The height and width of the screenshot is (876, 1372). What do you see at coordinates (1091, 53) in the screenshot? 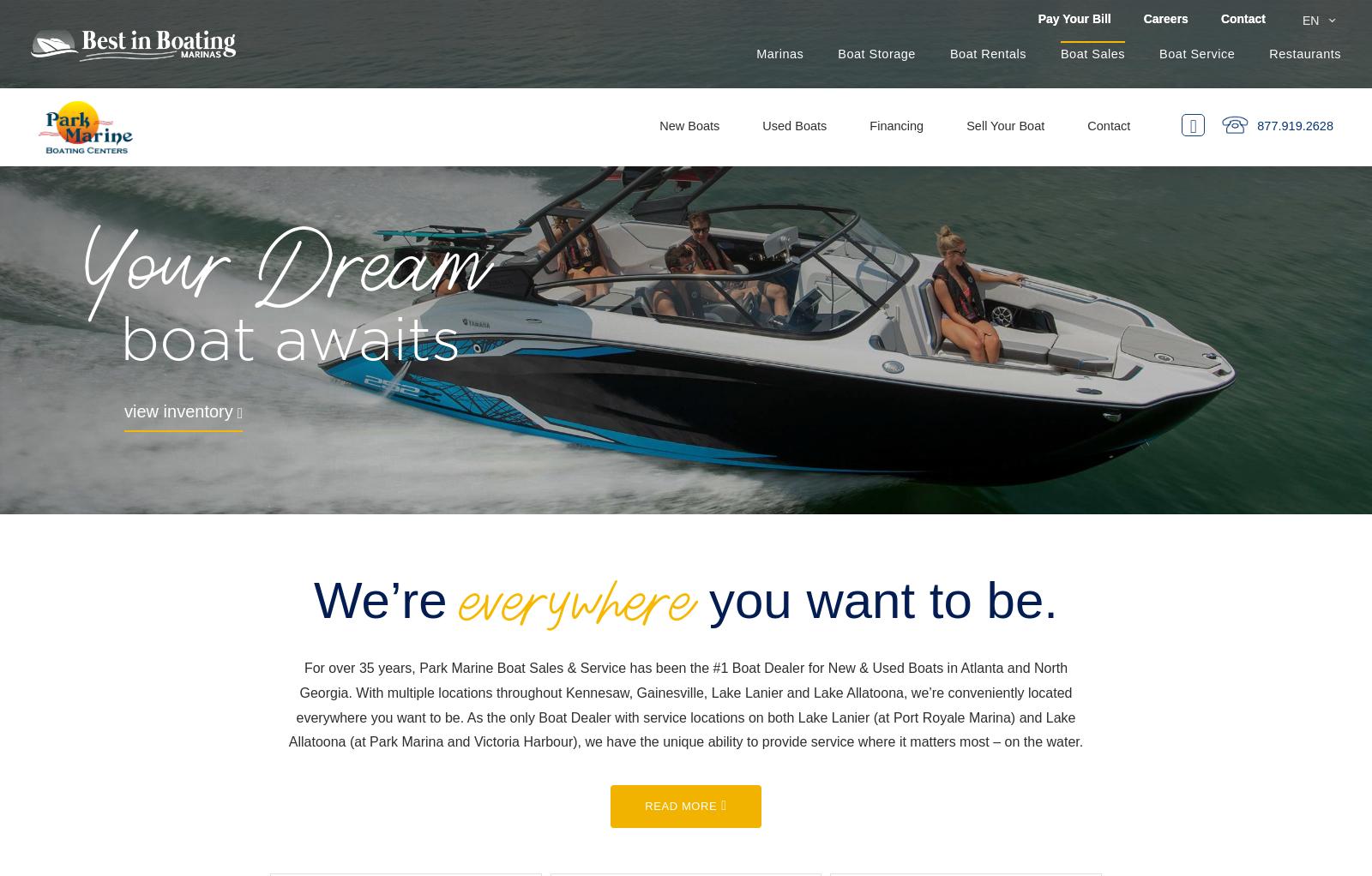
I see `'Boat Sales'` at bounding box center [1091, 53].